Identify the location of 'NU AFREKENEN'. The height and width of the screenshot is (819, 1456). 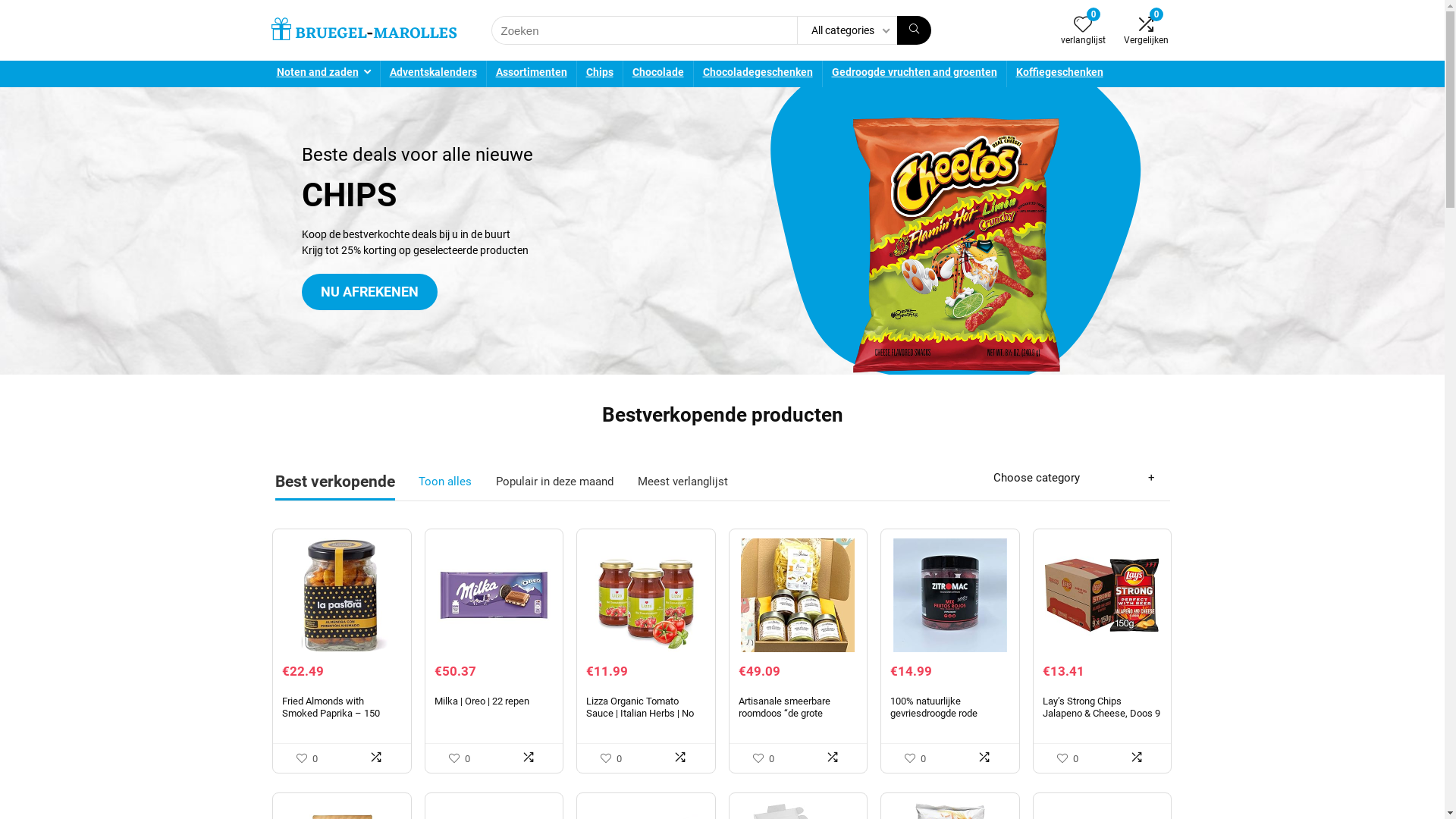
(369, 292).